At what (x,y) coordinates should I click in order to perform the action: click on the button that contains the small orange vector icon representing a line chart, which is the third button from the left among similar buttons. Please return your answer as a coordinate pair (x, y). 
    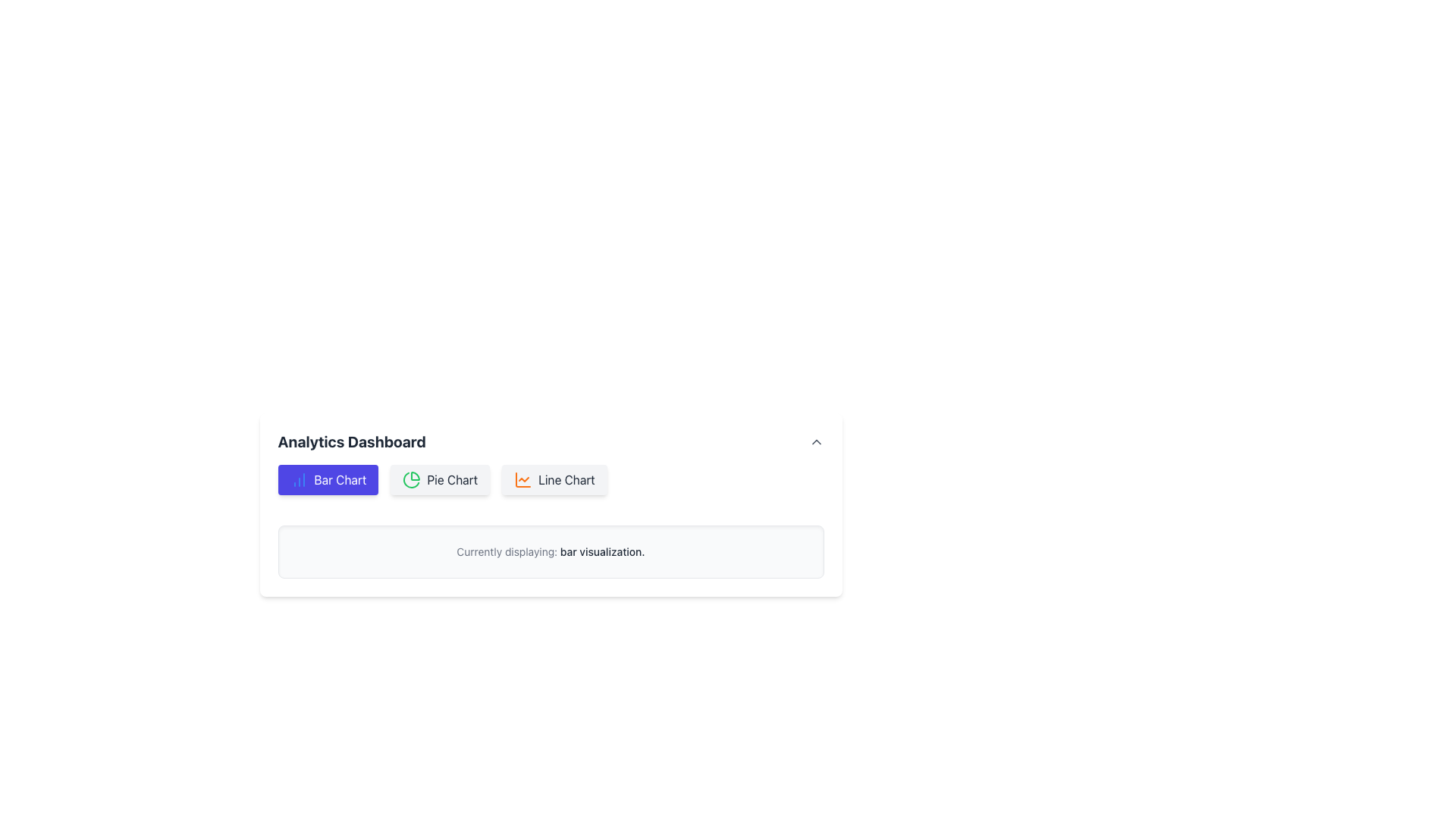
    Looking at the image, I should click on (523, 479).